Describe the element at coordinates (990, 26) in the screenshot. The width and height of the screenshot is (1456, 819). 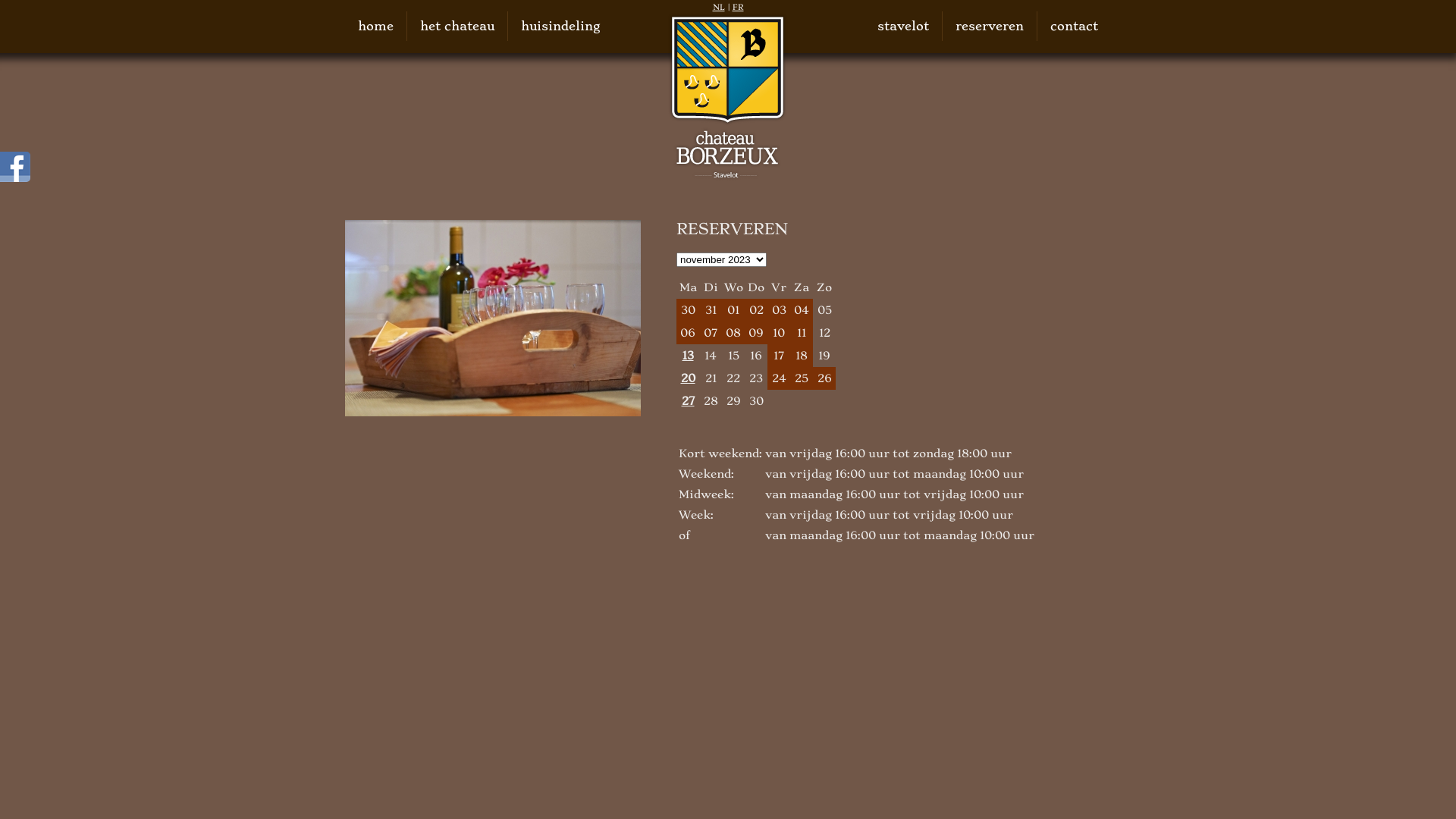
I see `'reserveren'` at that location.